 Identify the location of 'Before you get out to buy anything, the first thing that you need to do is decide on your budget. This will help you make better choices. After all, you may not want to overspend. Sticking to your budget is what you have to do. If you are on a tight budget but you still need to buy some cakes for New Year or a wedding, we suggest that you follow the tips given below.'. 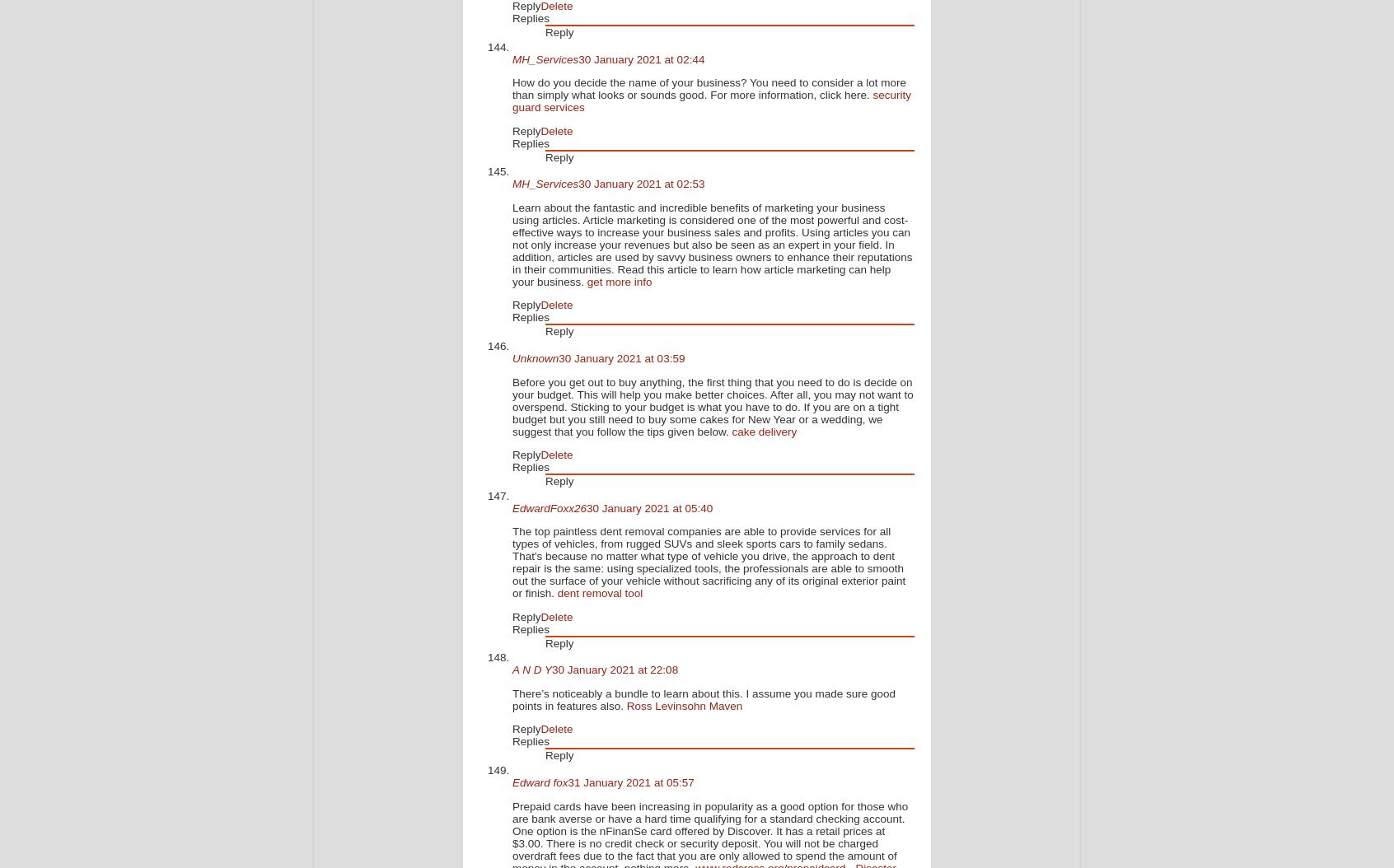
(511, 405).